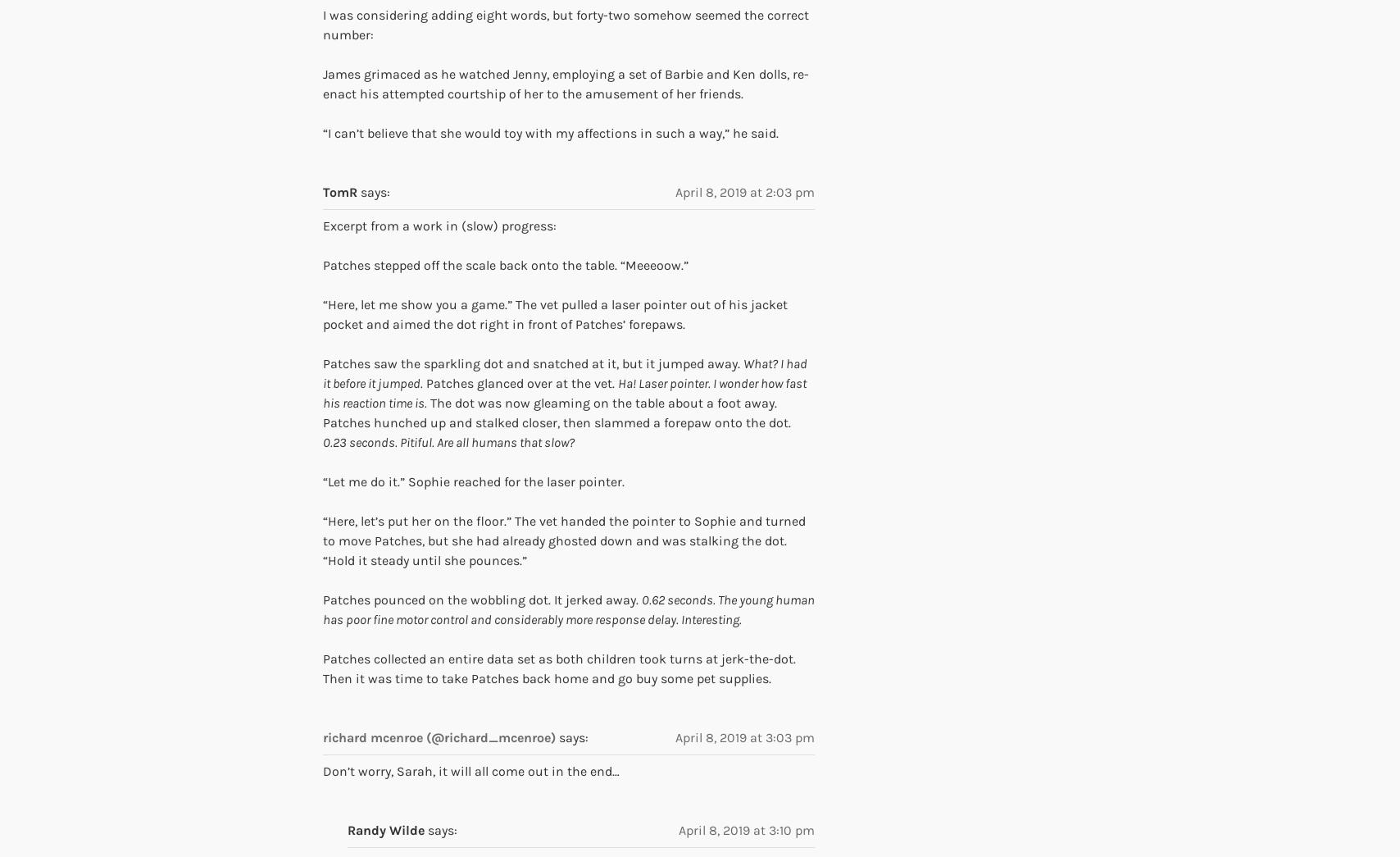 The image size is (1400, 857). What do you see at coordinates (533, 362) in the screenshot?
I see `'Patches saw the sparkling dot and snatched at it, but it jumped away.'` at bounding box center [533, 362].